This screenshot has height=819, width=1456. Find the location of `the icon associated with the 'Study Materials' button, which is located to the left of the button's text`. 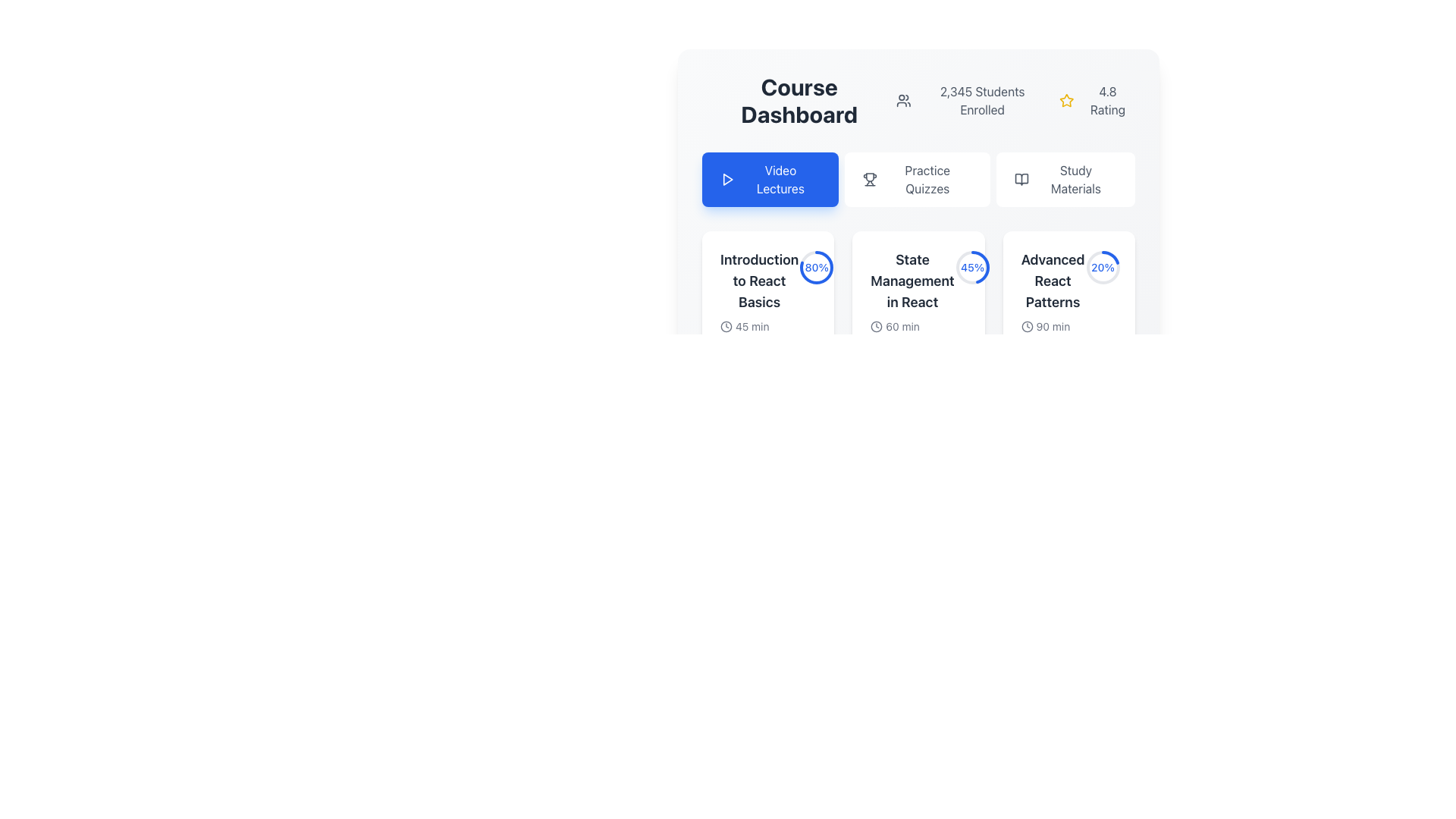

the icon associated with the 'Study Materials' button, which is located to the left of the button's text is located at coordinates (1021, 178).